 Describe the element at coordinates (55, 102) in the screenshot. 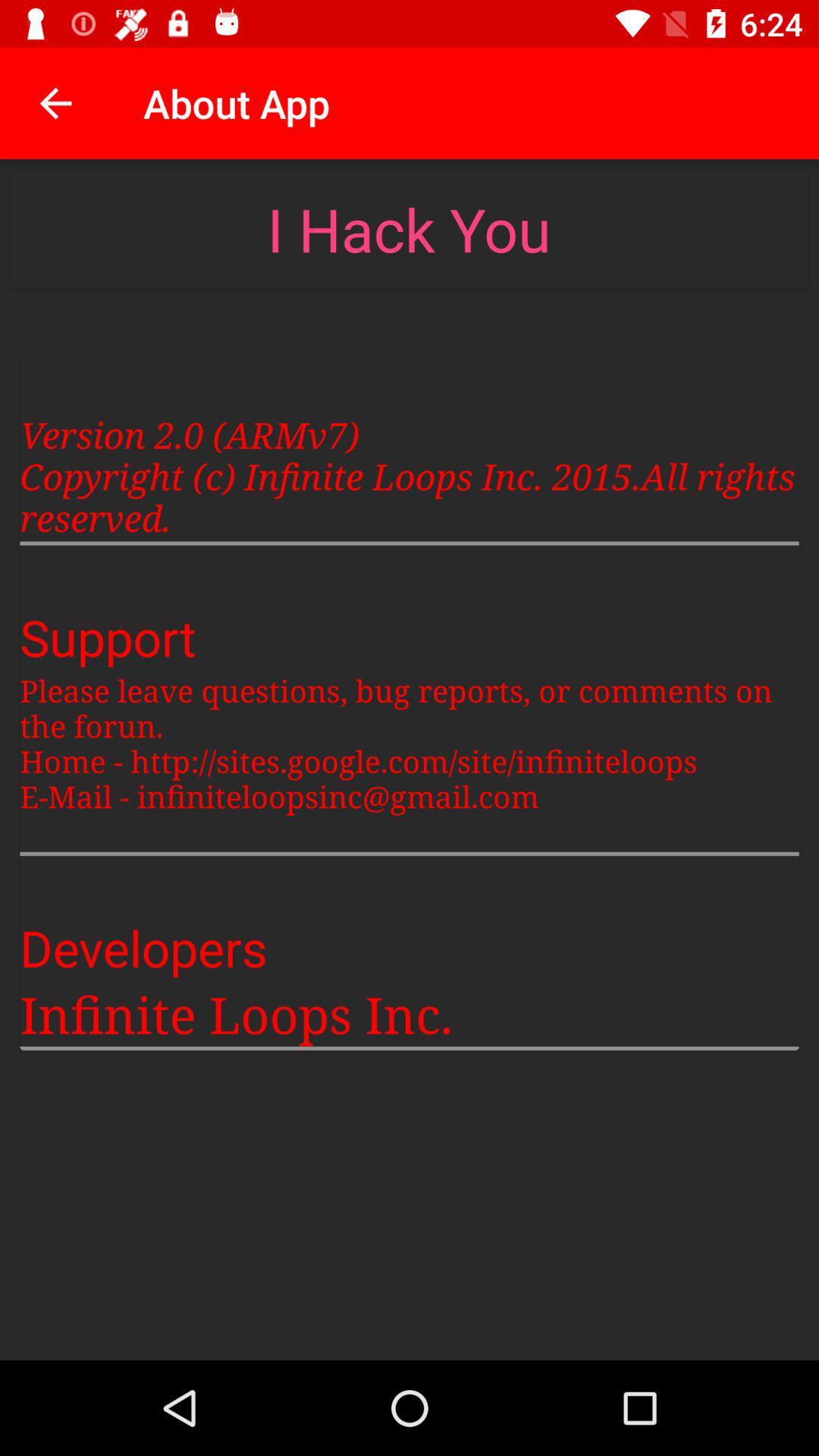

I see `icon to the left of about app item` at that location.